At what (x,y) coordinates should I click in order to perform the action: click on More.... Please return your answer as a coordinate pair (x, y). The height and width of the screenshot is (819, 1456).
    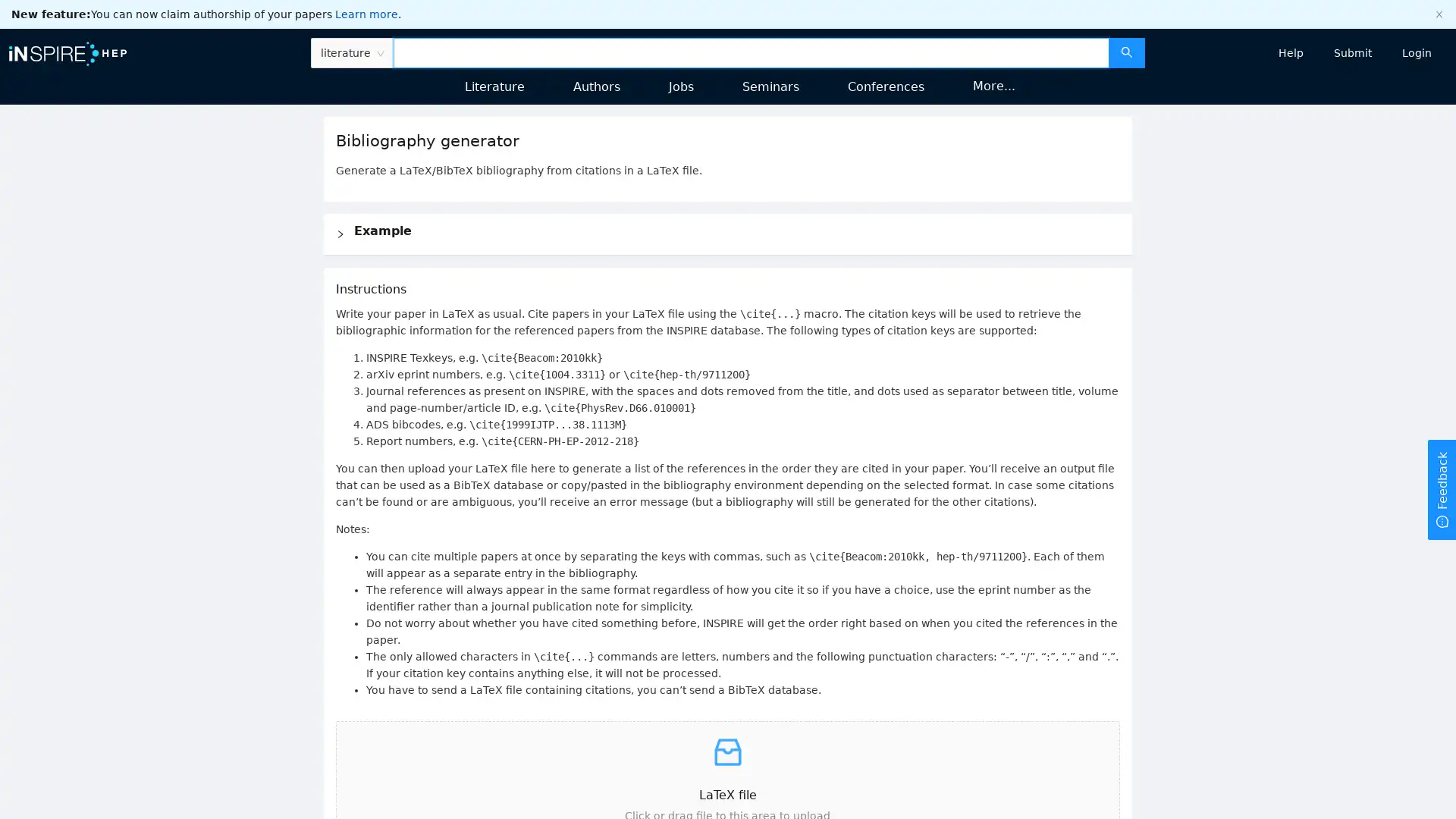
    Looking at the image, I should click on (993, 85).